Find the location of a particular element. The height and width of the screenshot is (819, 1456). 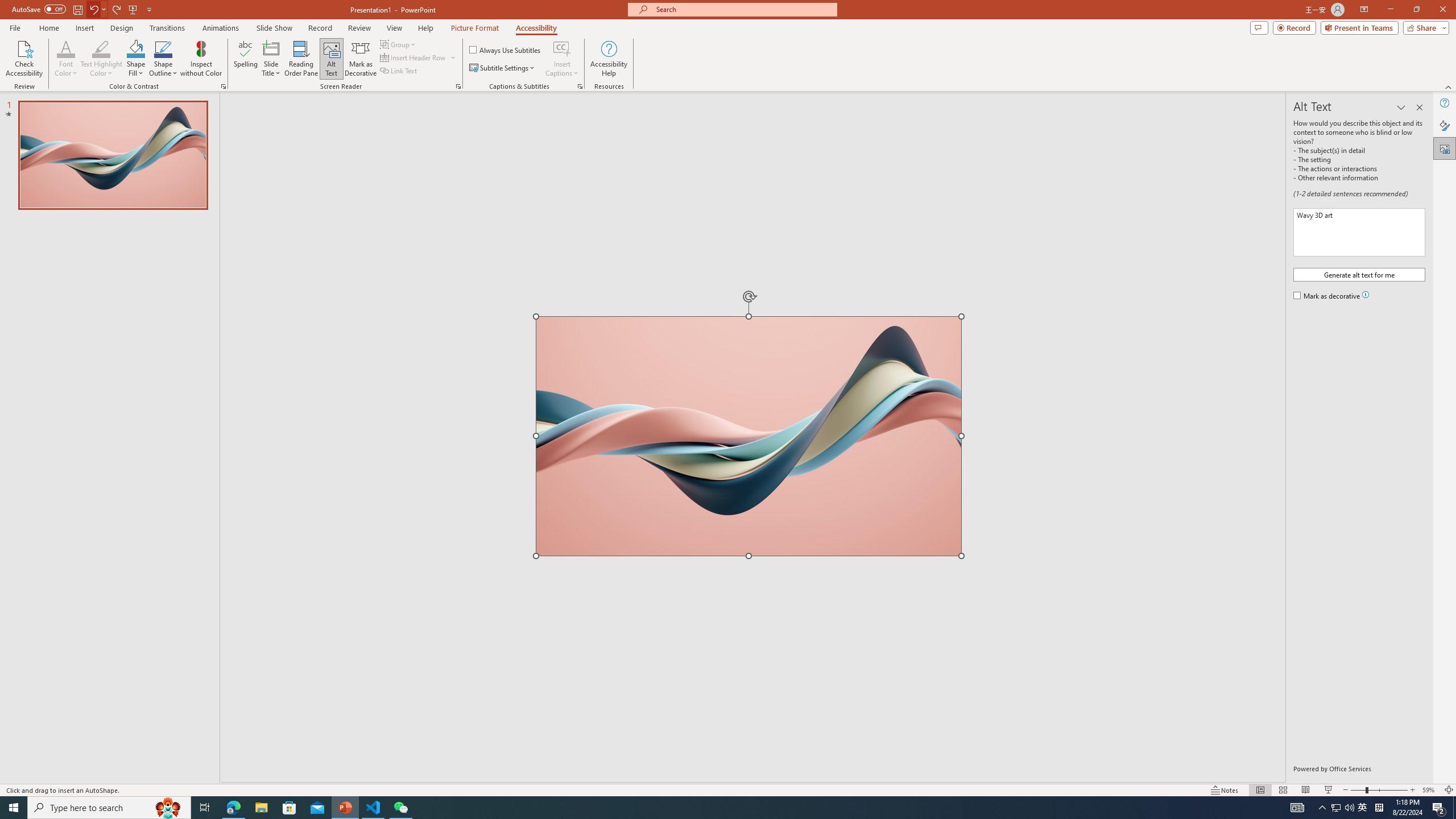

'Mark as Decorative' is located at coordinates (360, 59).